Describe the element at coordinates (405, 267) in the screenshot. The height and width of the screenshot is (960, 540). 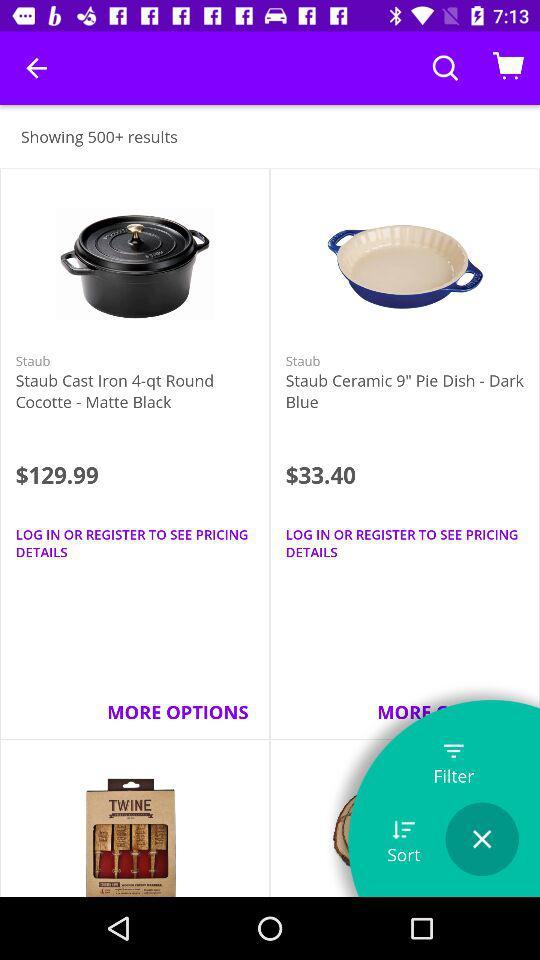
I see `image on top of 3340` at that location.